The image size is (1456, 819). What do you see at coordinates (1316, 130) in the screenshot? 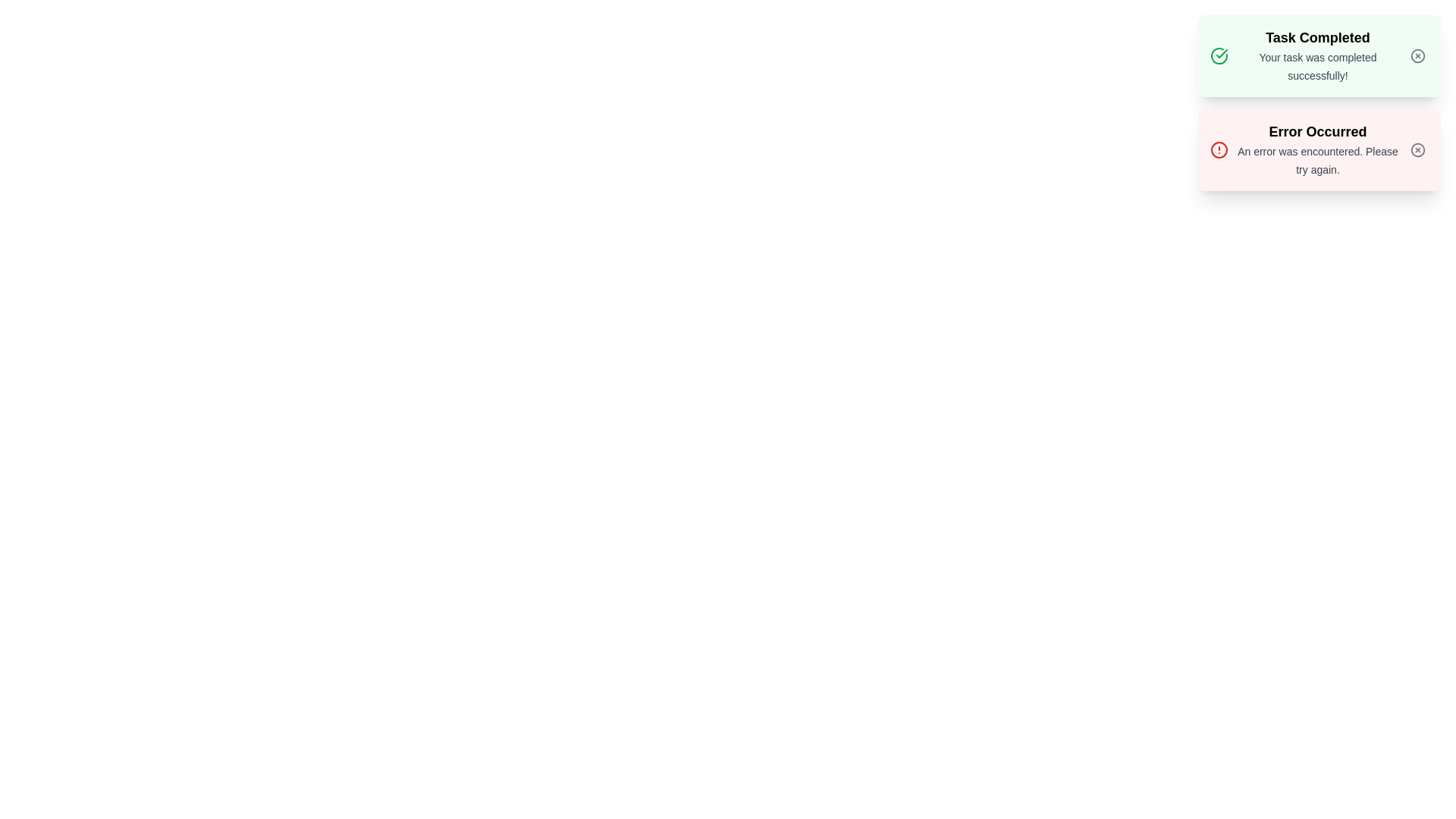
I see `the bold, large-sized text that reads 'Error Occurred', which is prominently displayed in black above a smaller message within a red-bordered alert card on the right side of the UI` at bounding box center [1316, 130].